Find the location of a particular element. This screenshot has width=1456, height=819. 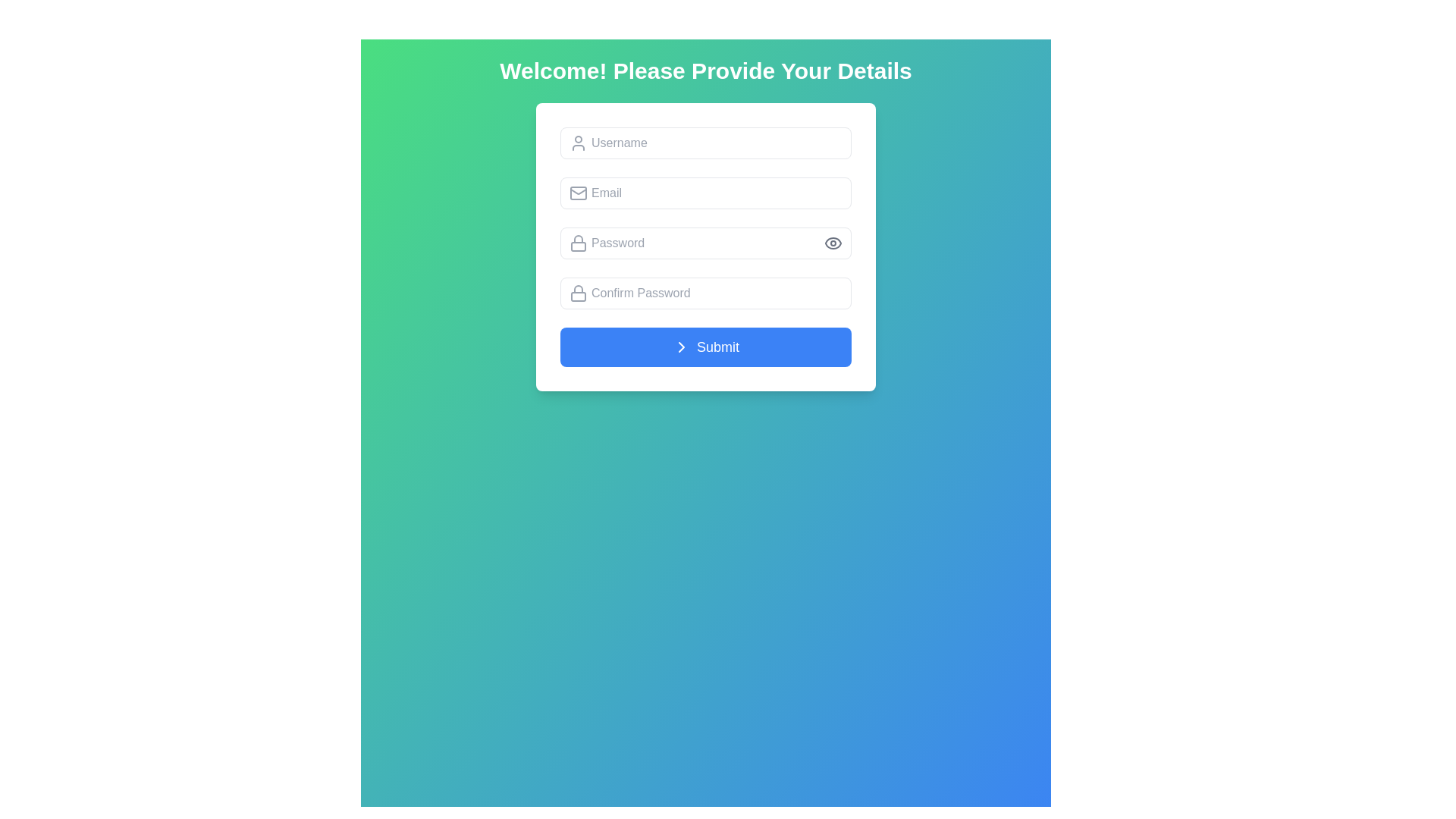

the Password input field, which is the third input field from the top within a white card layout, to focus on it for typing is located at coordinates (705, 246).